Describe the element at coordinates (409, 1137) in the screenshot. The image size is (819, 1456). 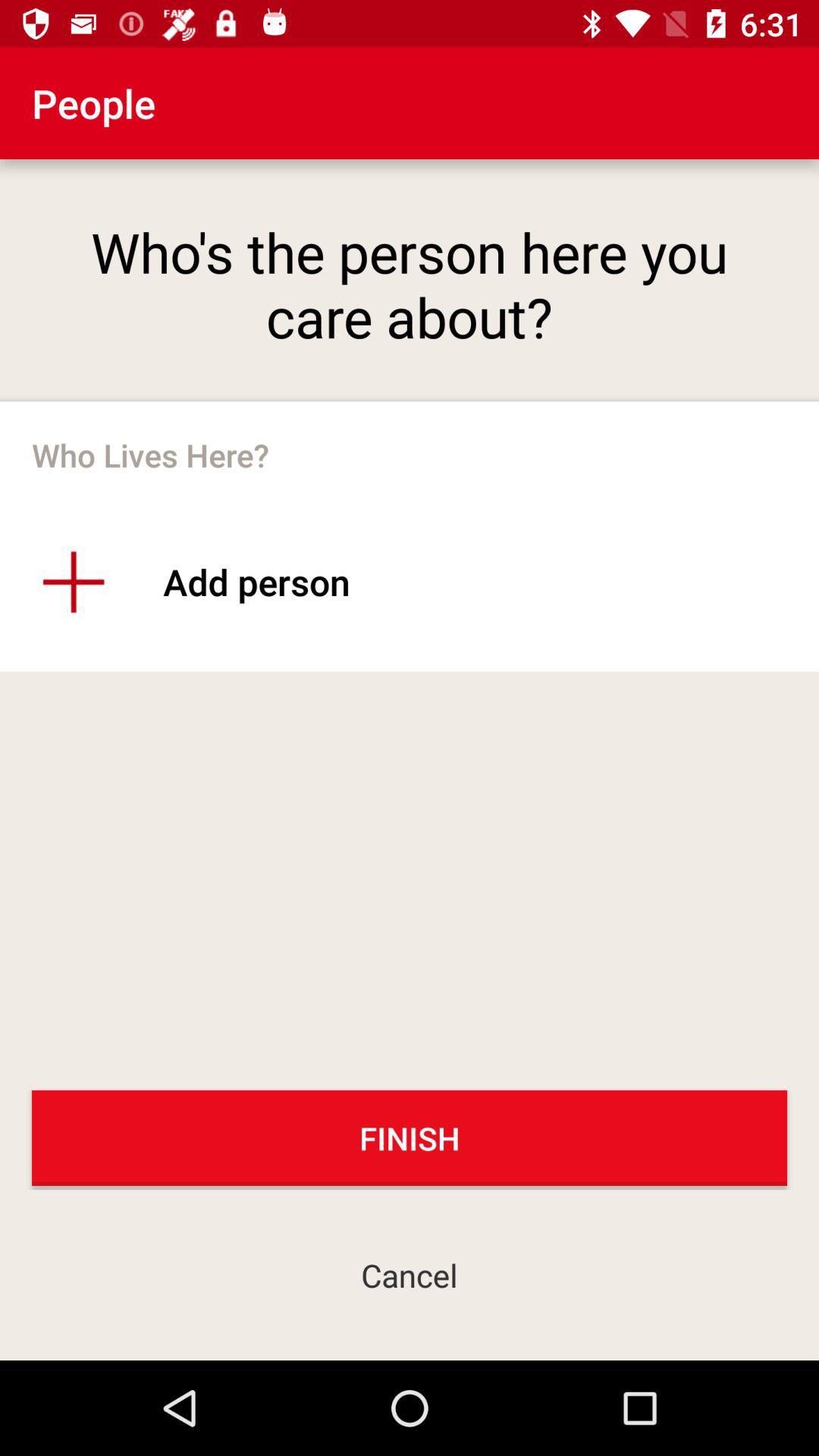
I see `finish` at that location.